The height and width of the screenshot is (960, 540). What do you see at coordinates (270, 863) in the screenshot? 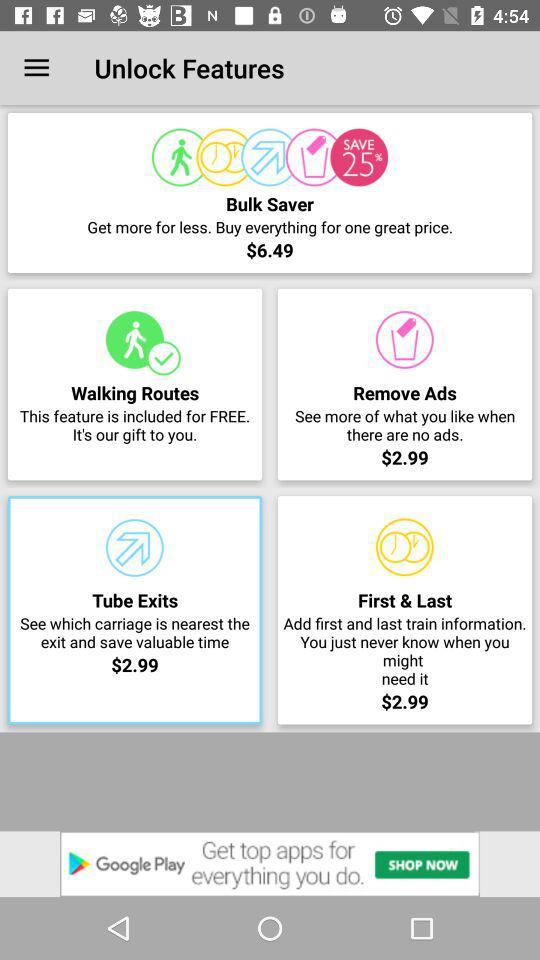
I see `open advertisement for google play` at bounding box center [270, 863].